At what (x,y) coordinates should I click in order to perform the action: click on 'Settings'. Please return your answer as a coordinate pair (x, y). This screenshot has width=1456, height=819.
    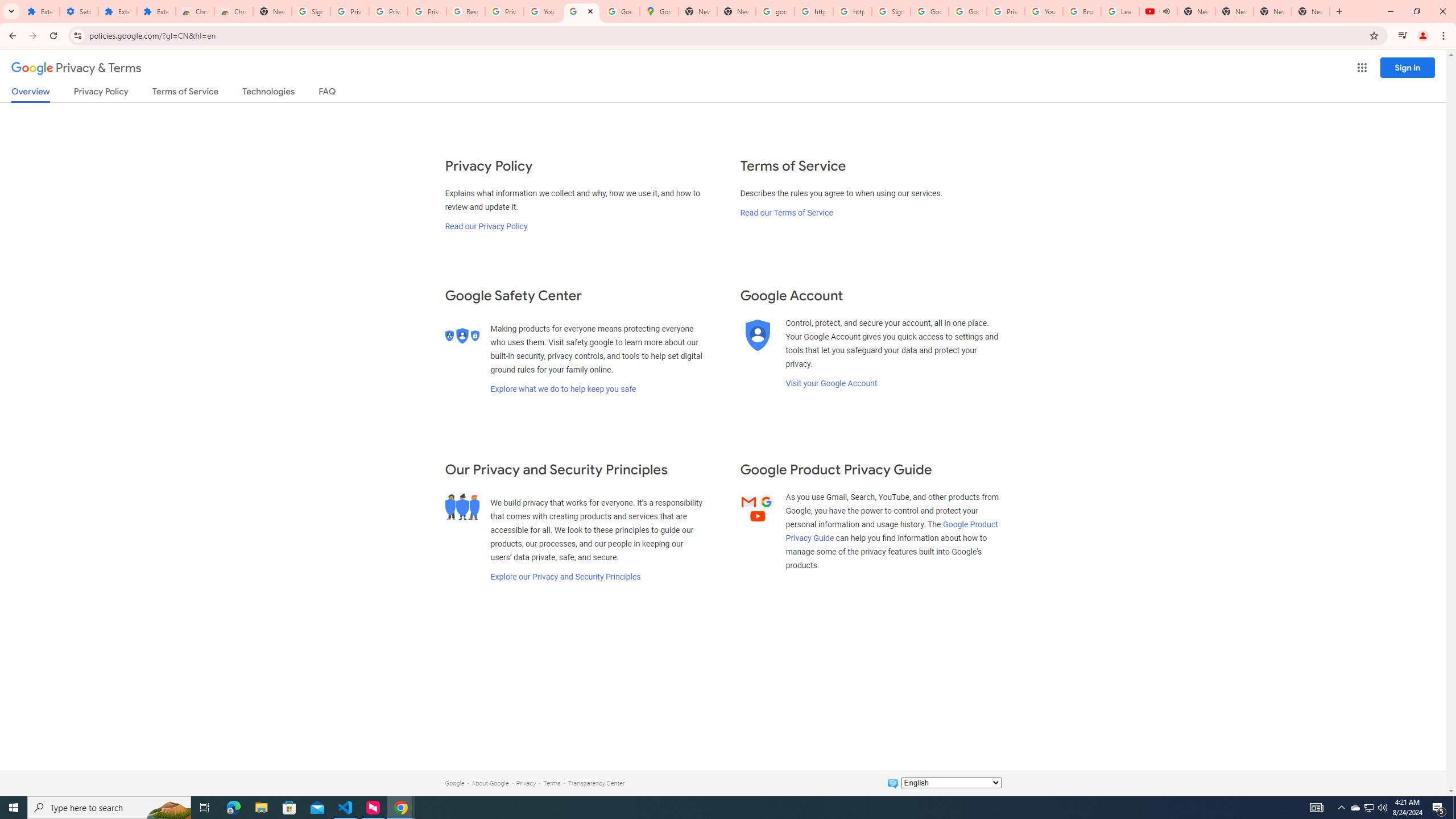
    Looking at the image, I should click on (78, 11).